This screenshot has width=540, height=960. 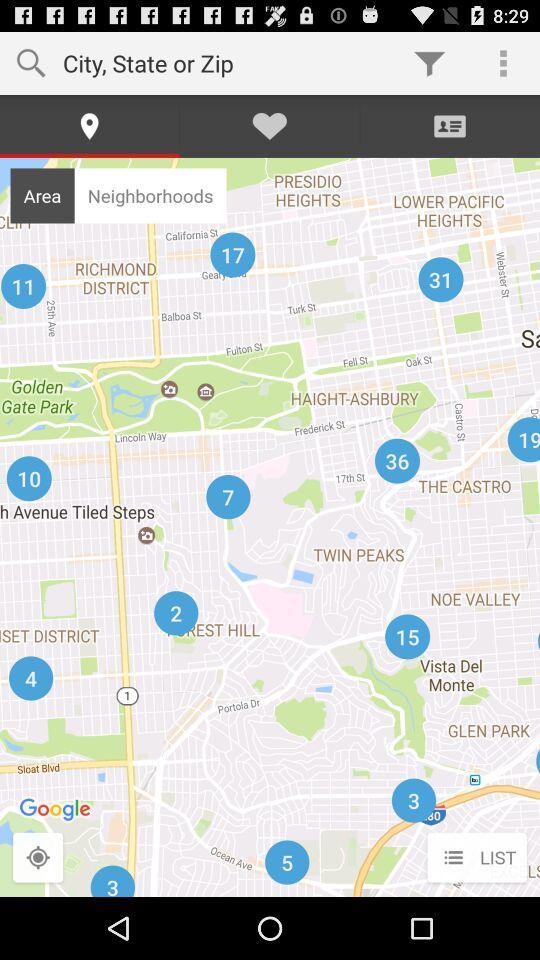 What do you see at coordinates (38, 857) in the screenshot?
I see `button next to the list` at bounding box center [38, 857].